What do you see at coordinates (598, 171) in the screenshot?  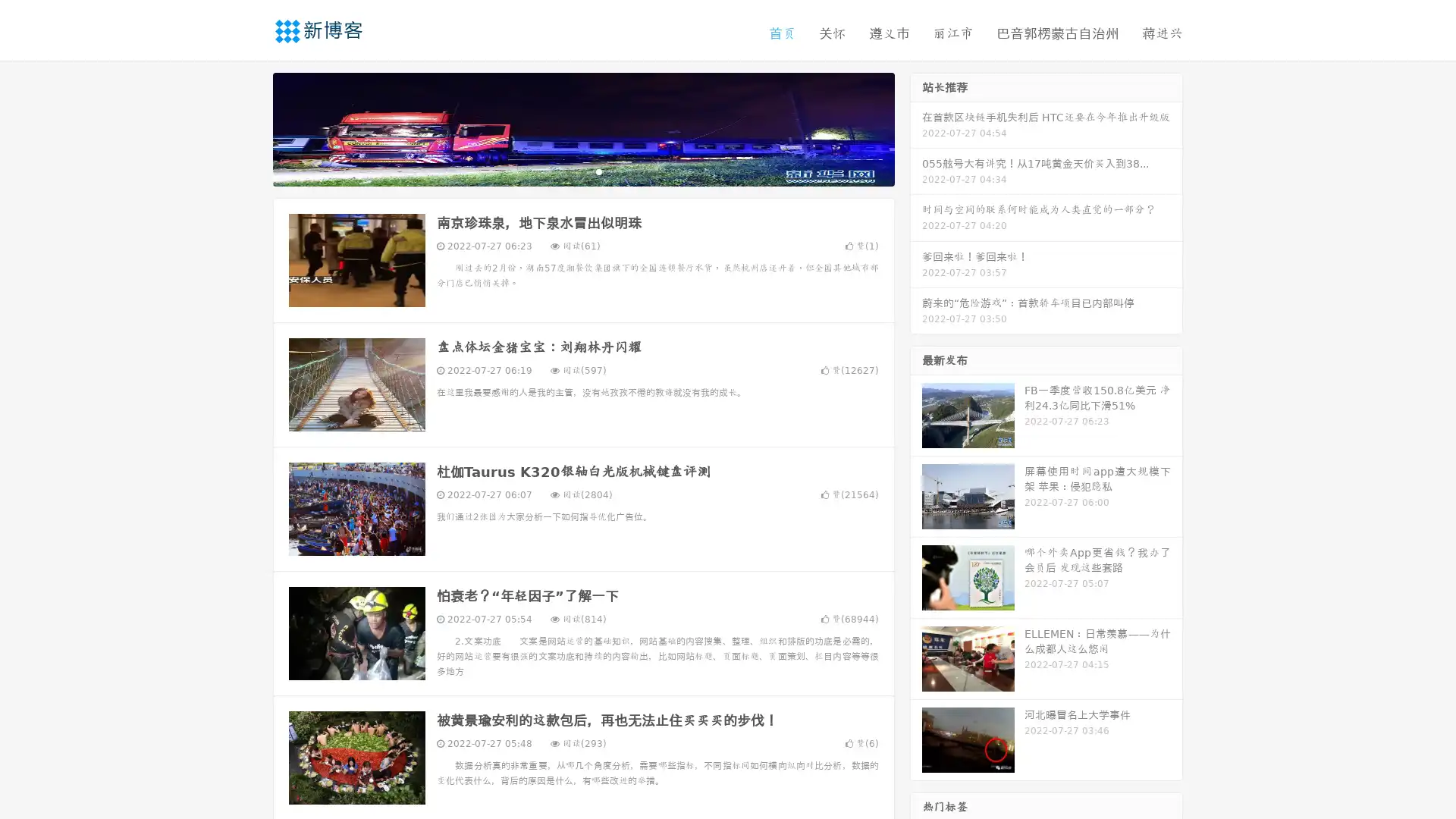 I see `Go to slide 3` at bounding box center [598, 171].